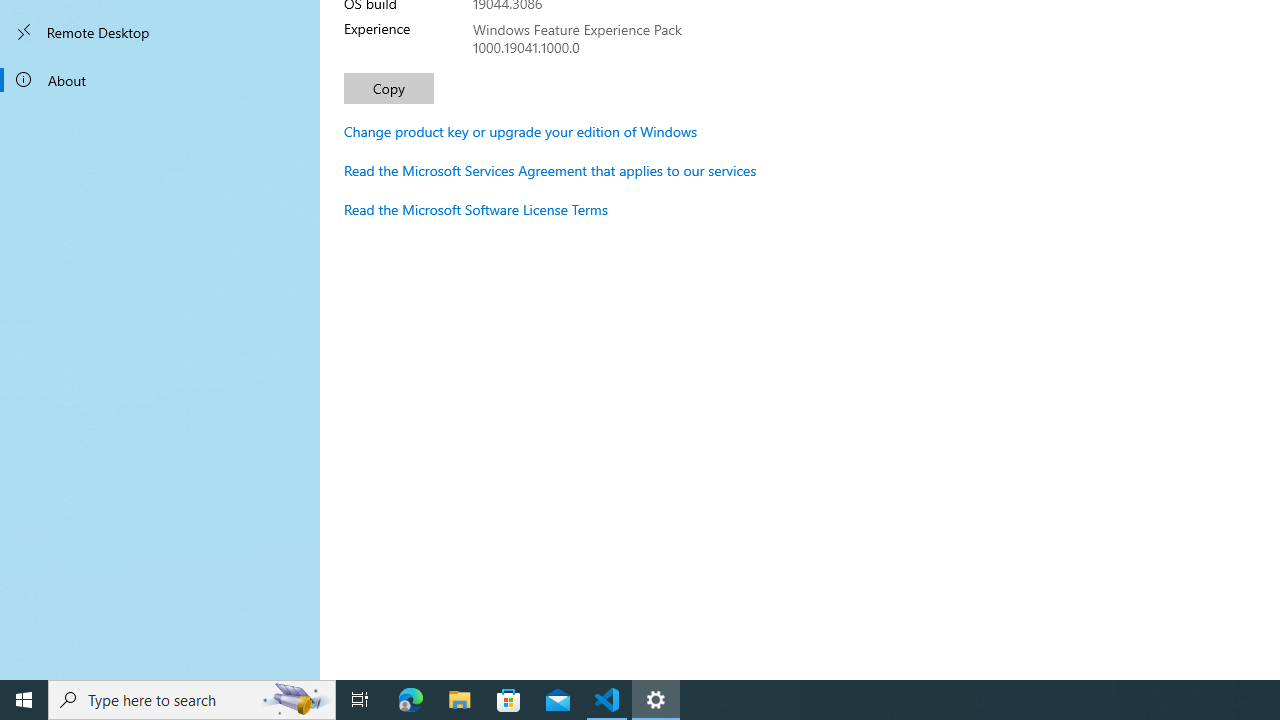 The width and height of the screenshot is (1280, 720). What do you see at coordinates (160, 78) in the screenshot?
I see `'About'` at bounding box center [160, 78].